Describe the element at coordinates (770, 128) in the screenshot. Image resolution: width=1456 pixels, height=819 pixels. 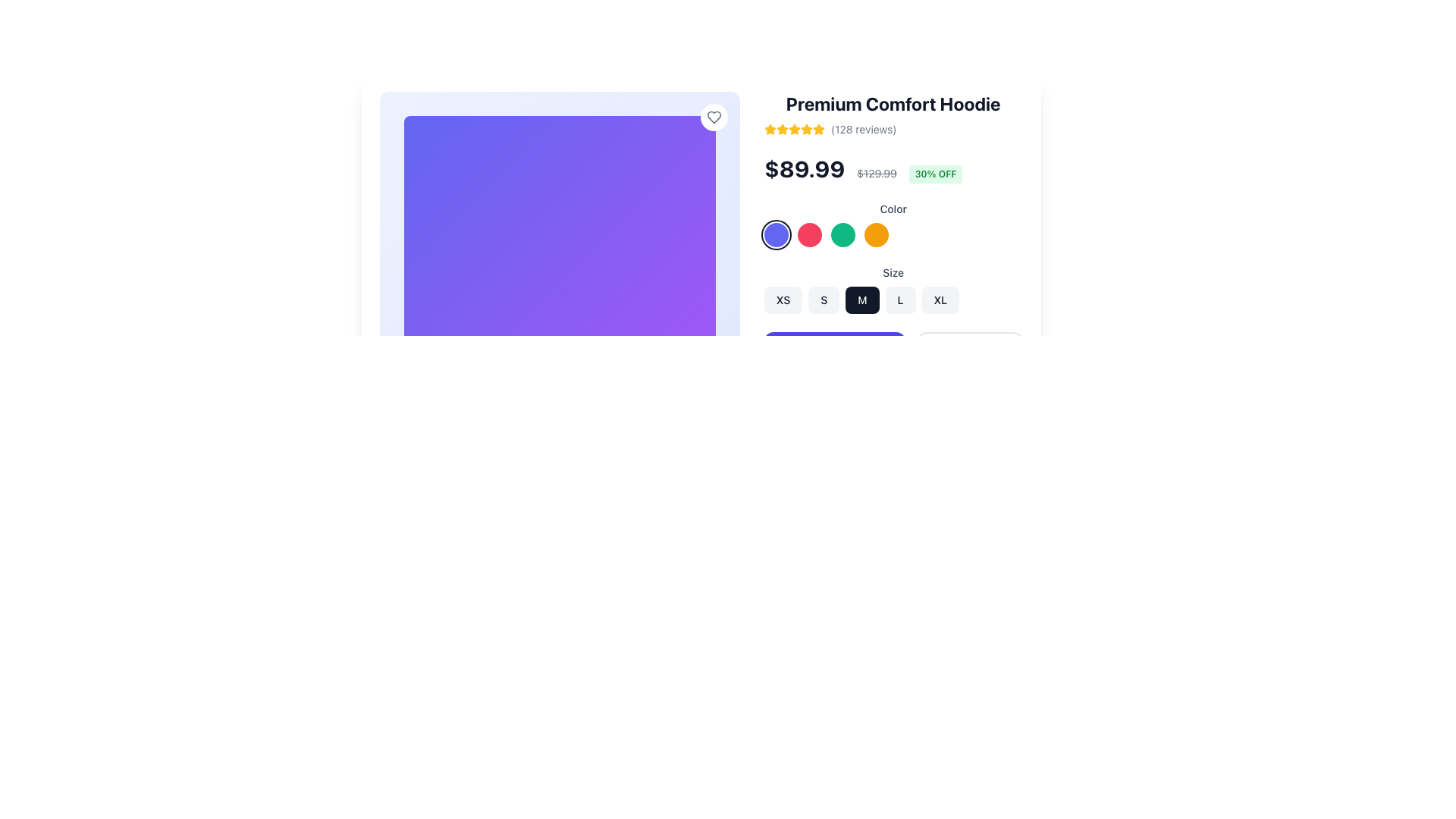
I see `the star icon filled with a golden-yellow color, located to the right of the '128 reviews' rating label in the product details panel` at that location.